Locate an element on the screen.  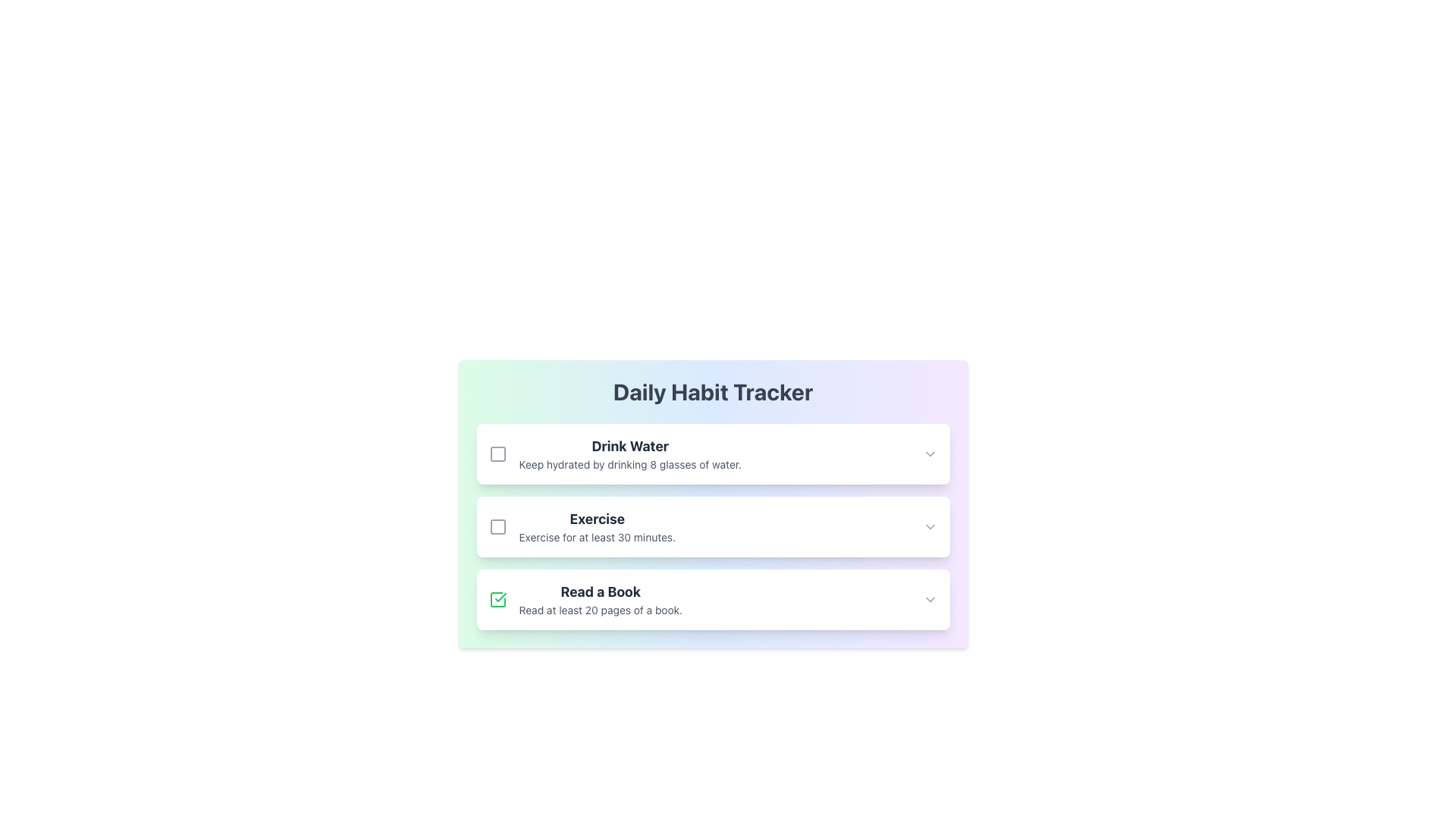
the Text label displaying 'Read a Book' and its description 'Read at least 20 pages of a book.' located in the Daily Habit Tracker list, positioned between 'Exercise' and subsequent items is located at coordinates (600, 598).